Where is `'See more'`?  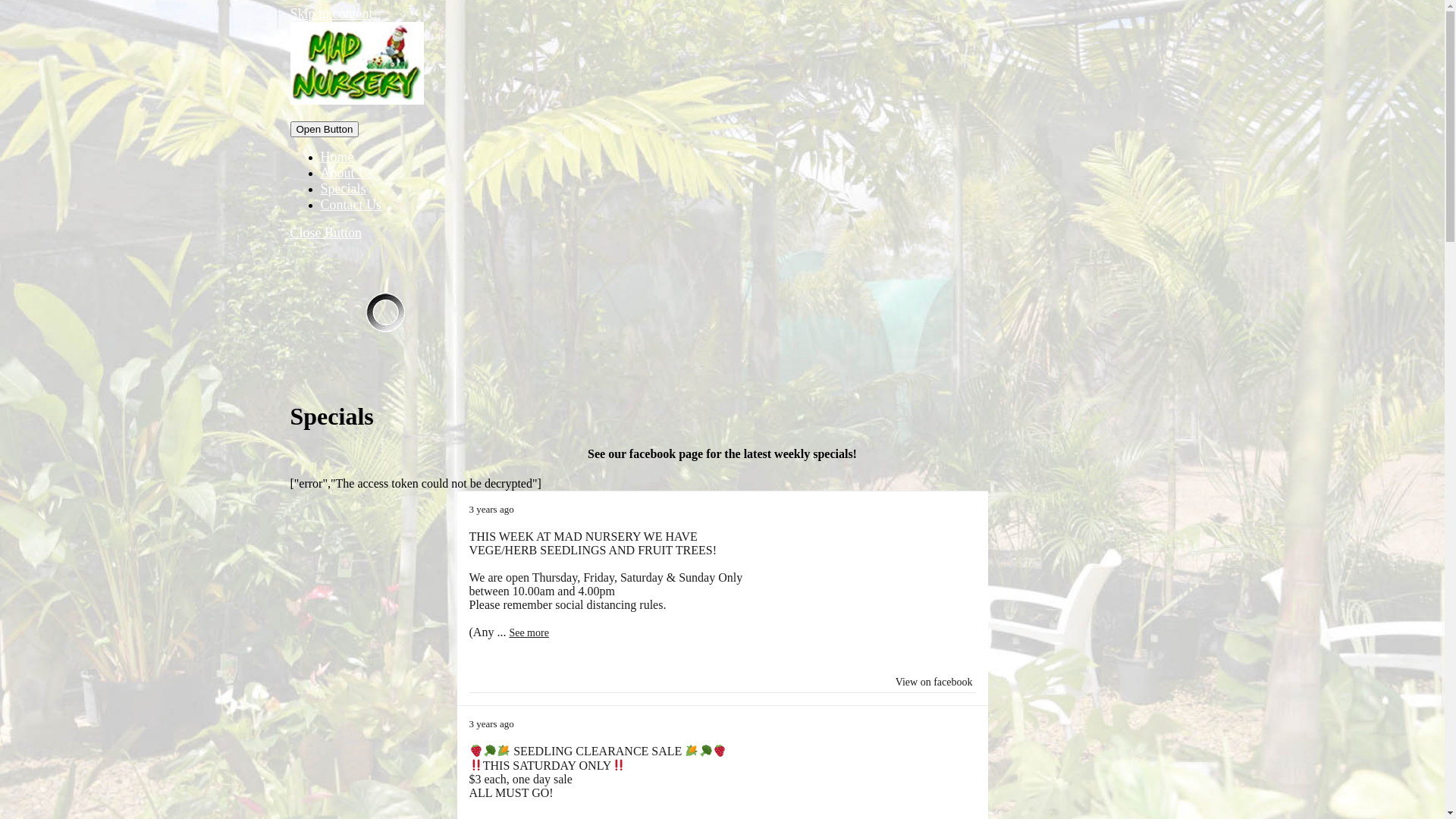 'See more' is located at coordinates (509, 632).